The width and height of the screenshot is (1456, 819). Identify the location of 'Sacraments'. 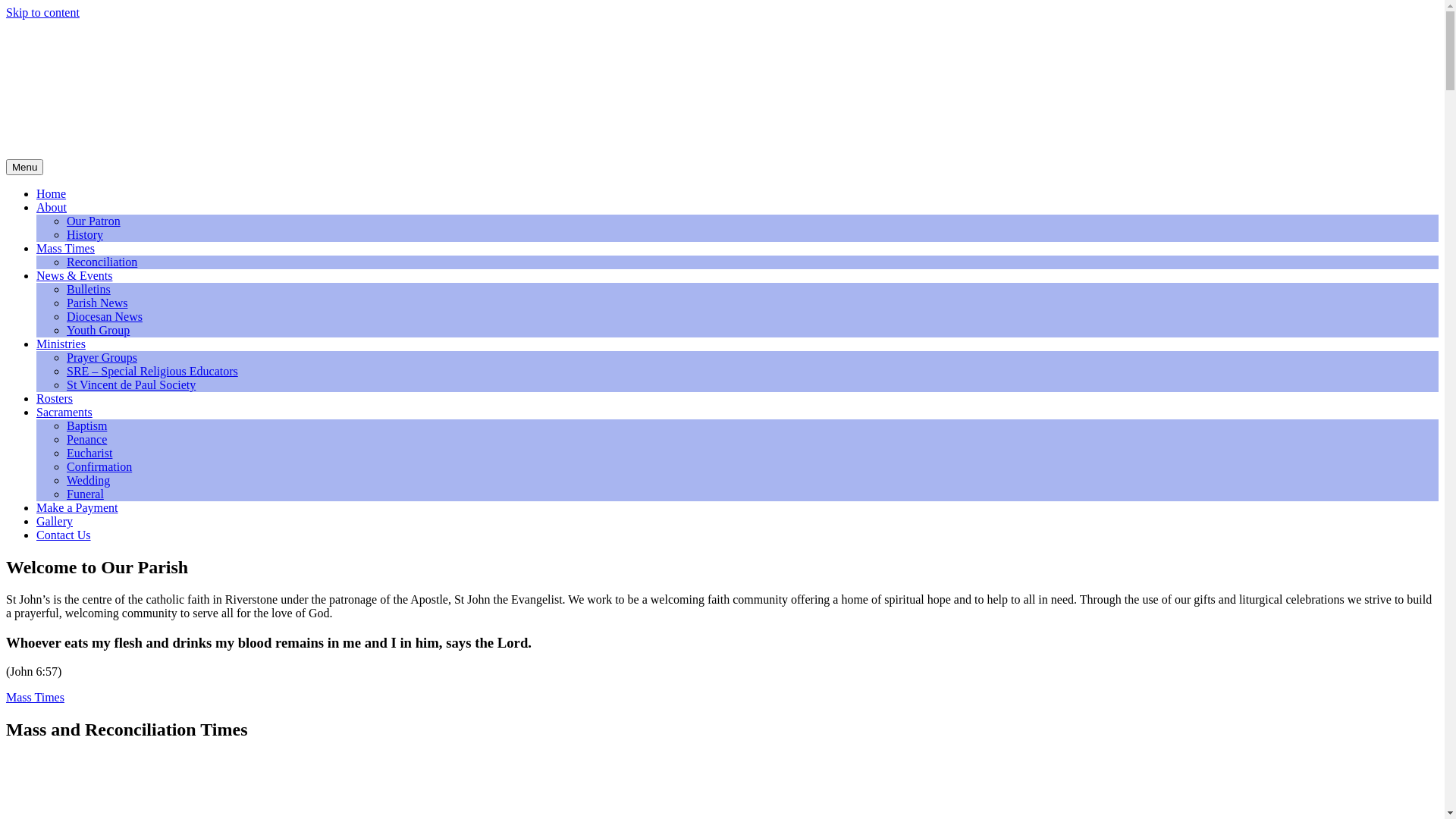
(64, 412).